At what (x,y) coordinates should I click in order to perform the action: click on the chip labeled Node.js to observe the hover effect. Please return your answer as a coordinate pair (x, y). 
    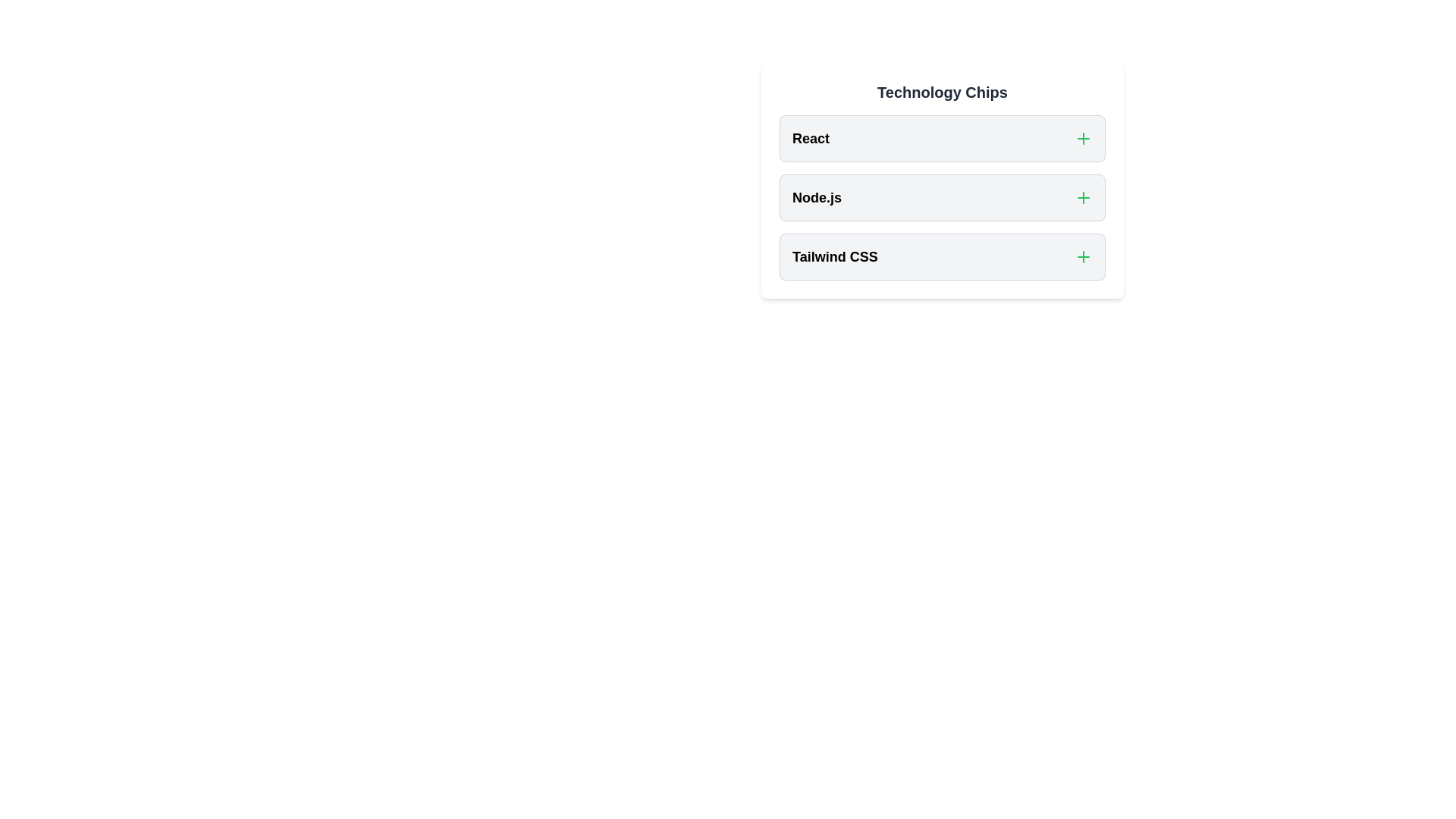
    Looking at the image, I should click on (942, 197).